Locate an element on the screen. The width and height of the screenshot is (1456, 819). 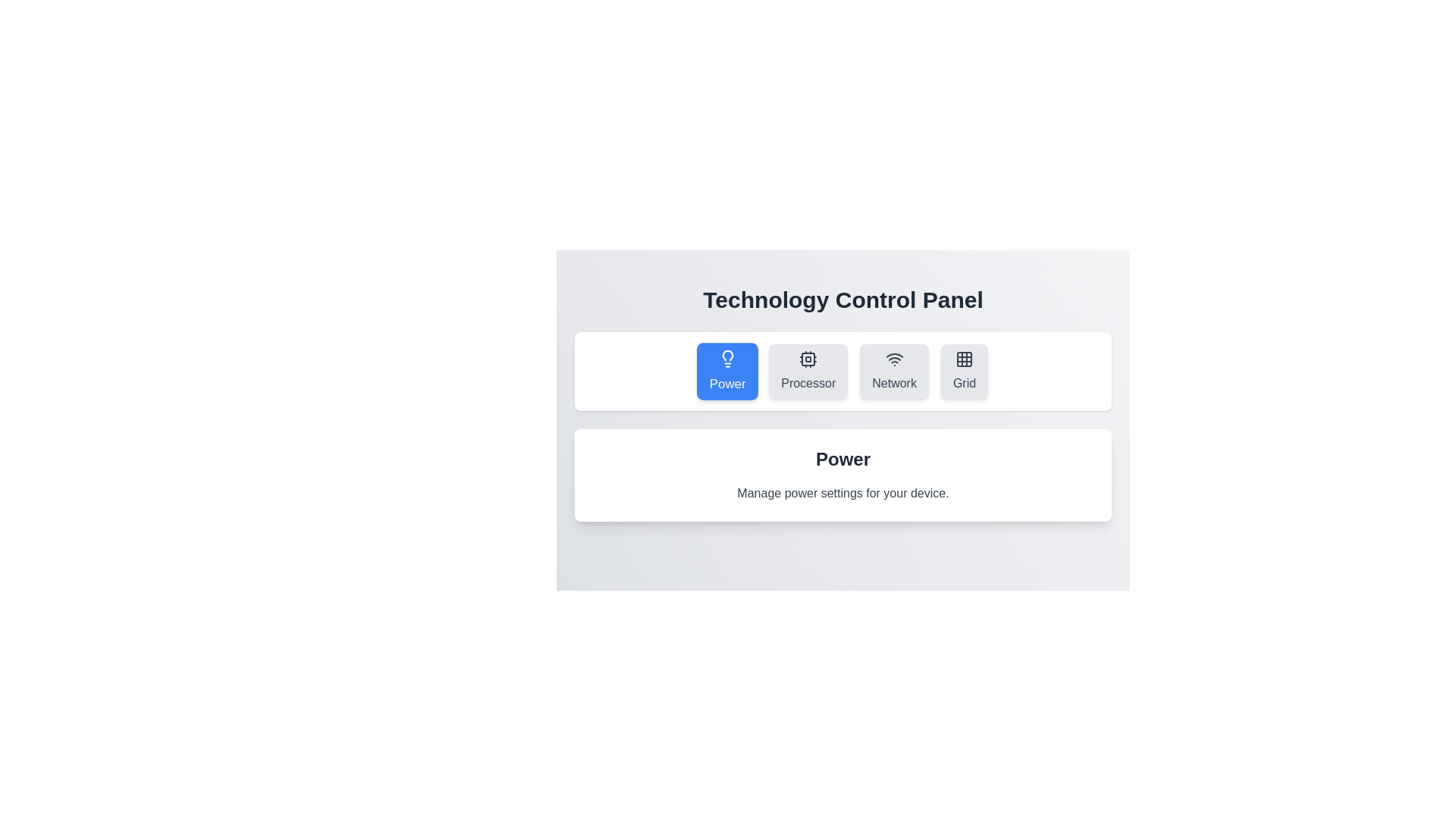
the Processor tab in the TechControlPanel is located at coordinates (808, 371).